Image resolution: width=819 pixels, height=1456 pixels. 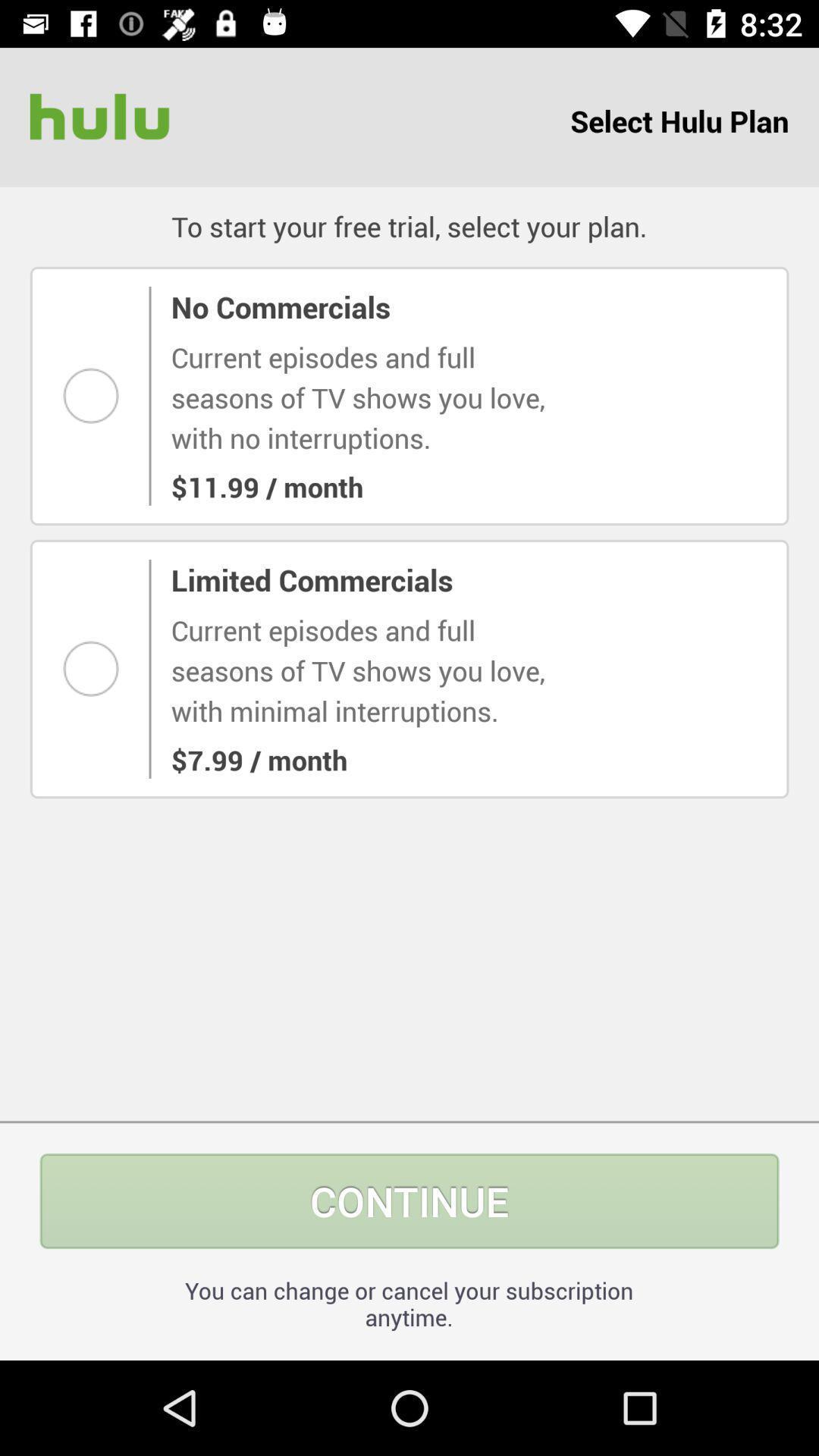 What do you see at coordinates (409, 1200) in the screenshot?
I see `the continue icon` at bounding box center [409, 1200].